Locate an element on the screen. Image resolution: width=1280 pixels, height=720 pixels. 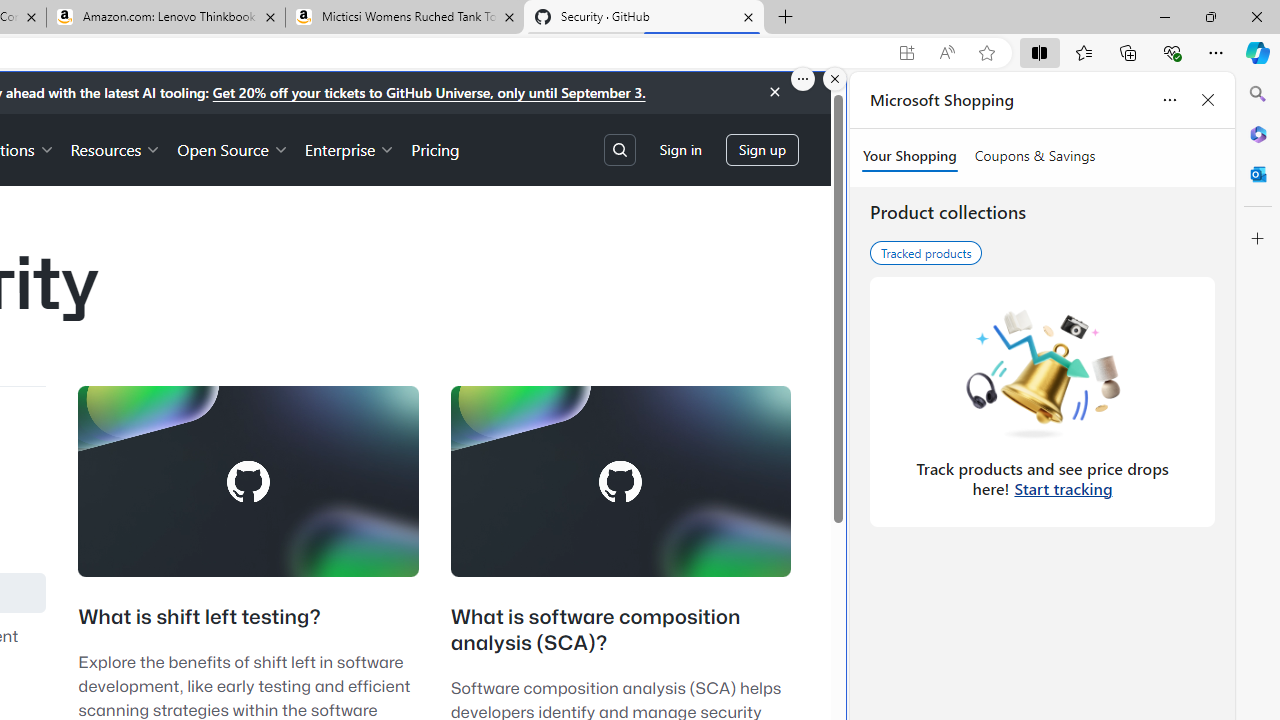
'Sign up' is located at coordinates (761, 148).